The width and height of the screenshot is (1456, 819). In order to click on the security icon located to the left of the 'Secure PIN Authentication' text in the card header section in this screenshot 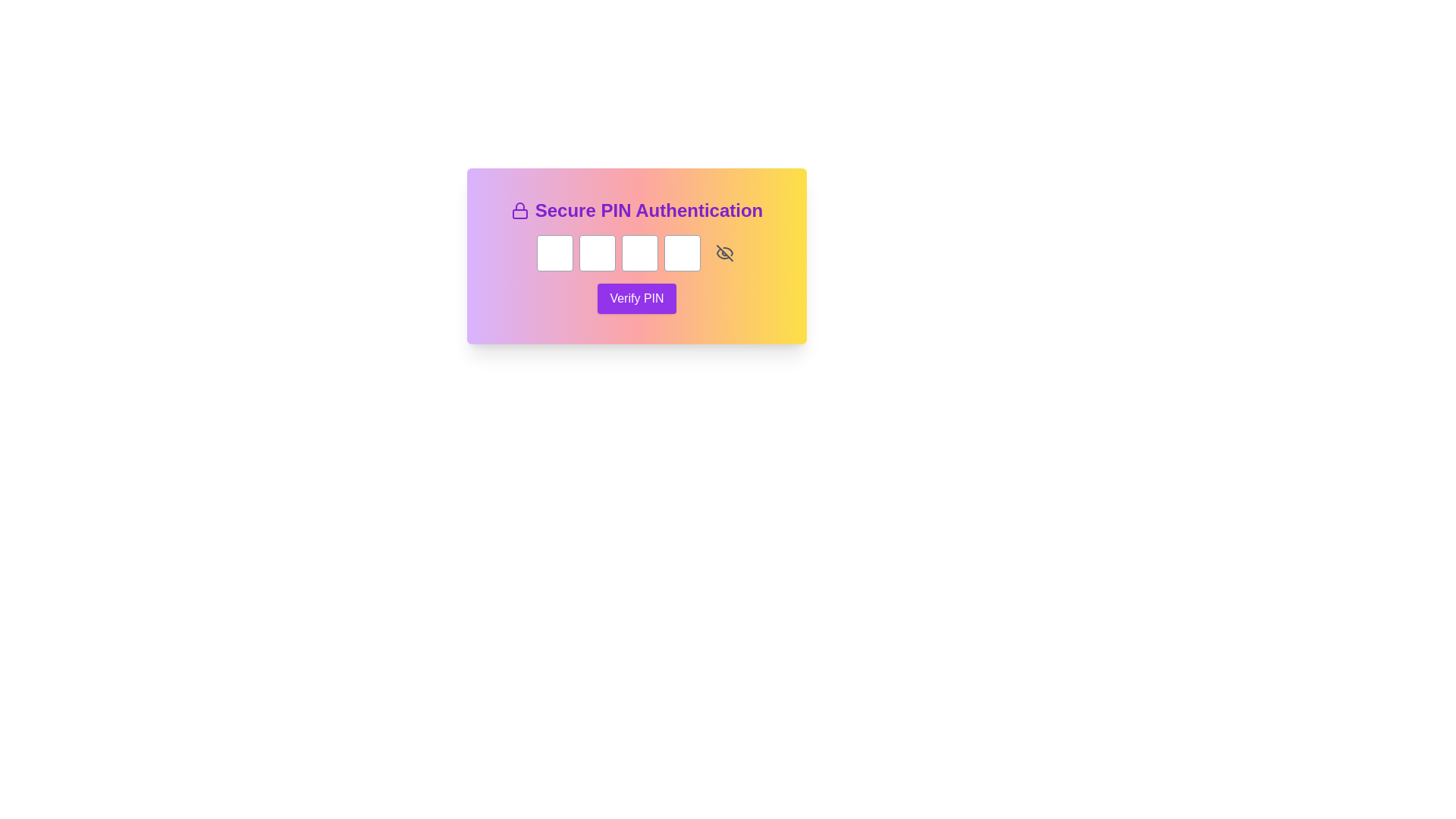, I will do `click(519, 210)`.